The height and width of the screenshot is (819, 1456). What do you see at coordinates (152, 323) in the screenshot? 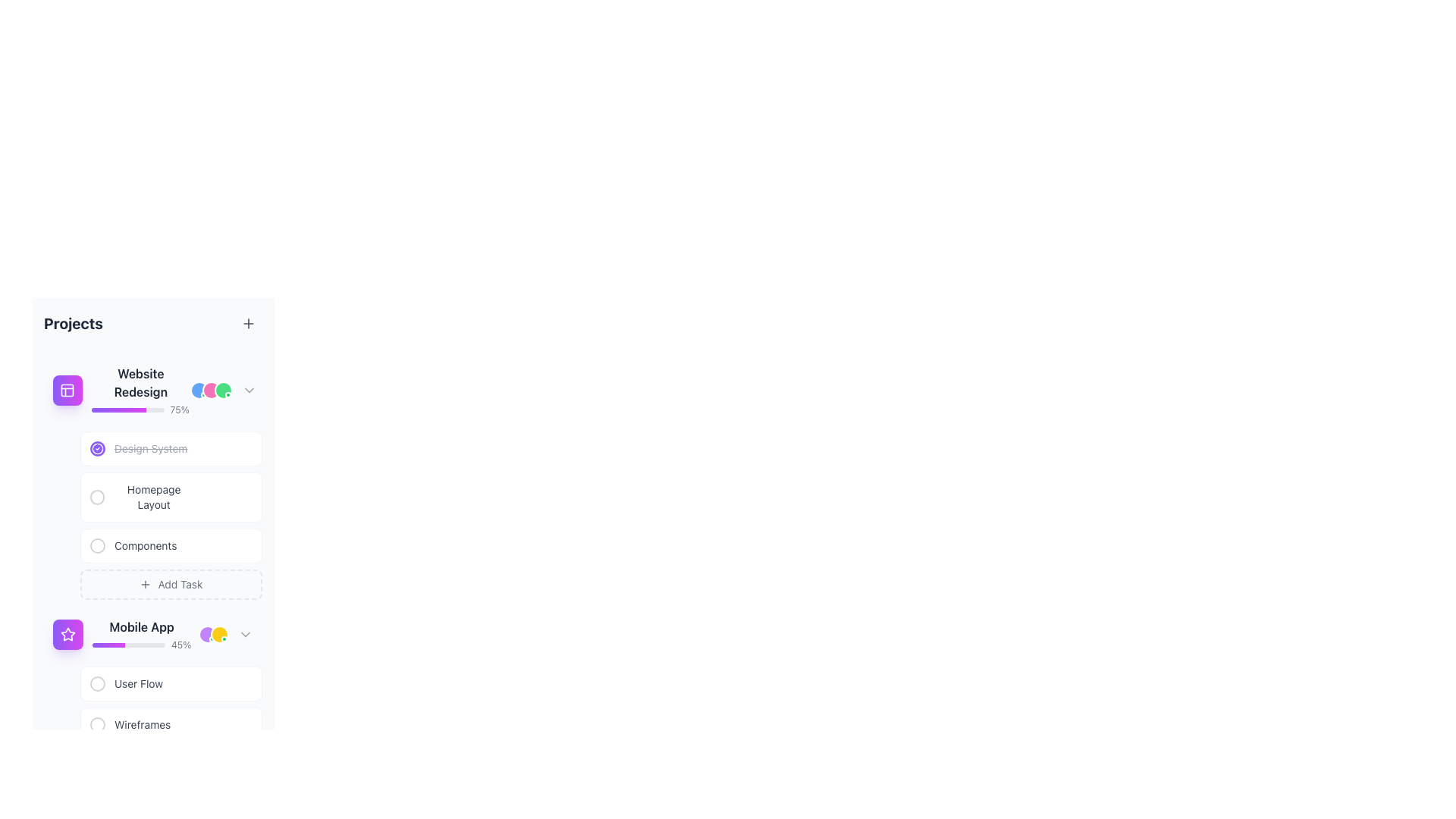
I see `the title on the header bar located at the top of the left section of the task management panel for context` at bounding box center [152, 323].